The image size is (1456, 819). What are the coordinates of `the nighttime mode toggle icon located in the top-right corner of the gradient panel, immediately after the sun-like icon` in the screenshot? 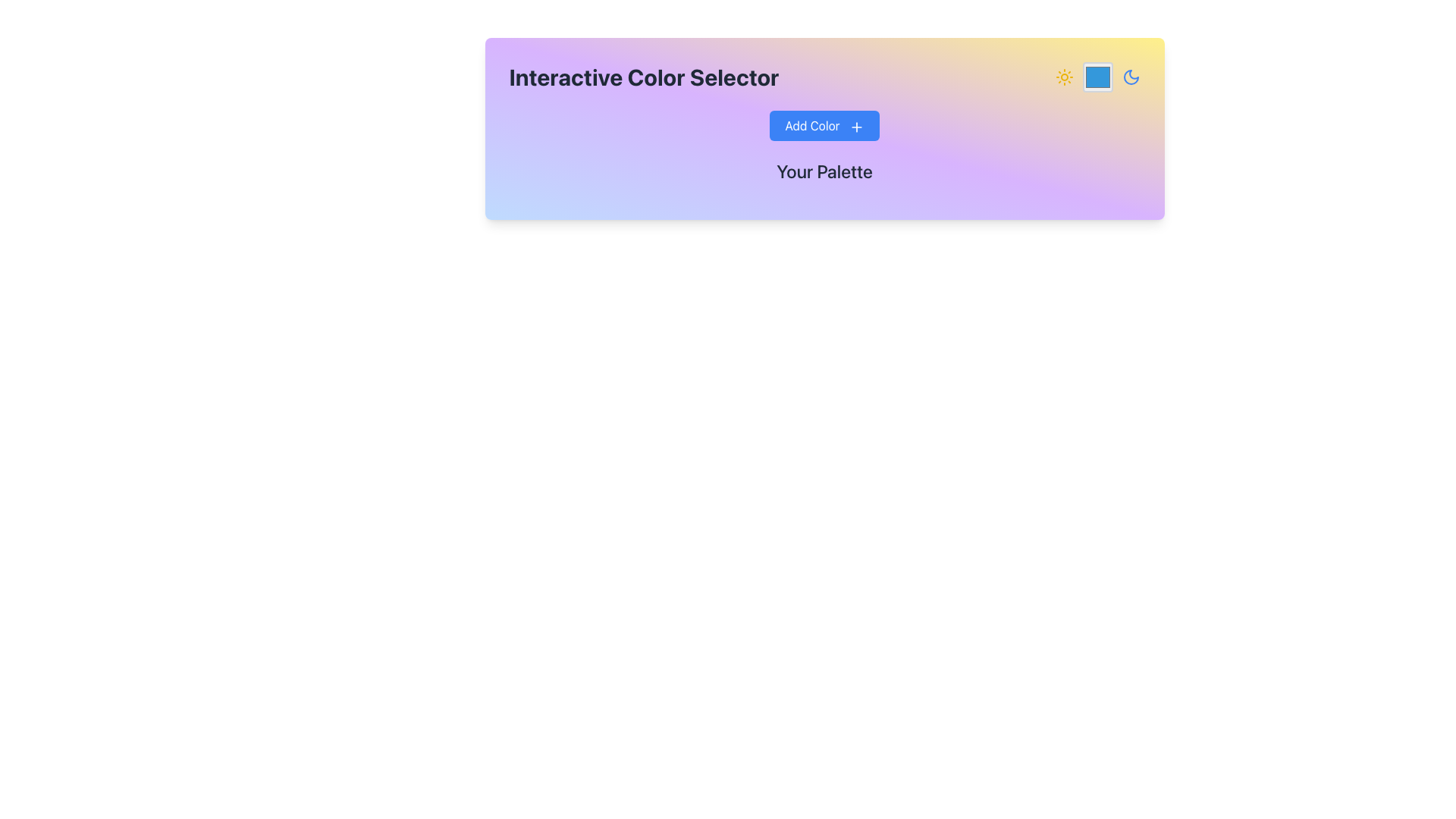 It's located at (1131, 77).